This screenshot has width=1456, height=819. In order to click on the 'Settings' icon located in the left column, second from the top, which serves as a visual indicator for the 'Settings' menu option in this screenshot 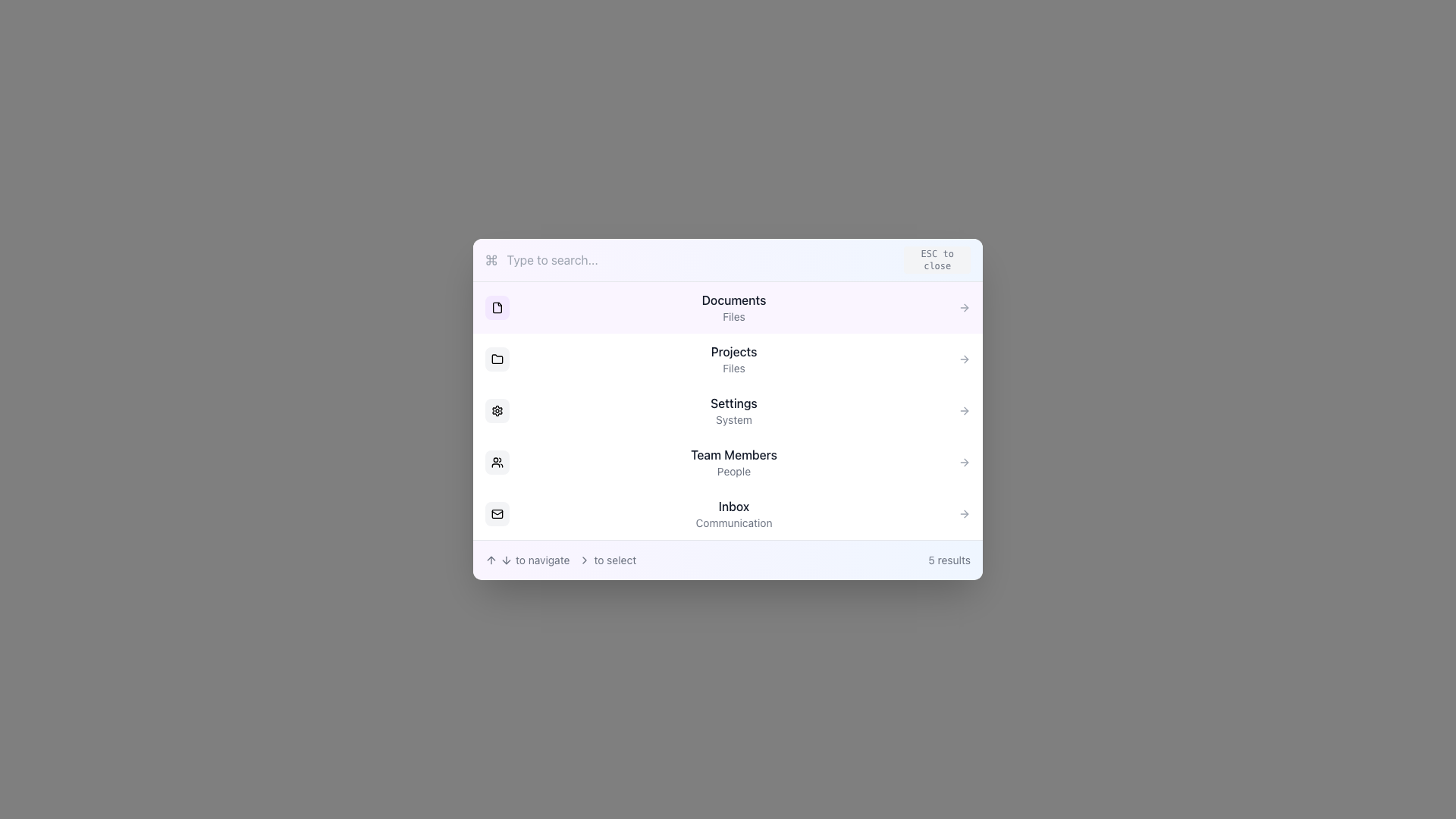, I will do `click(497, 411)`.